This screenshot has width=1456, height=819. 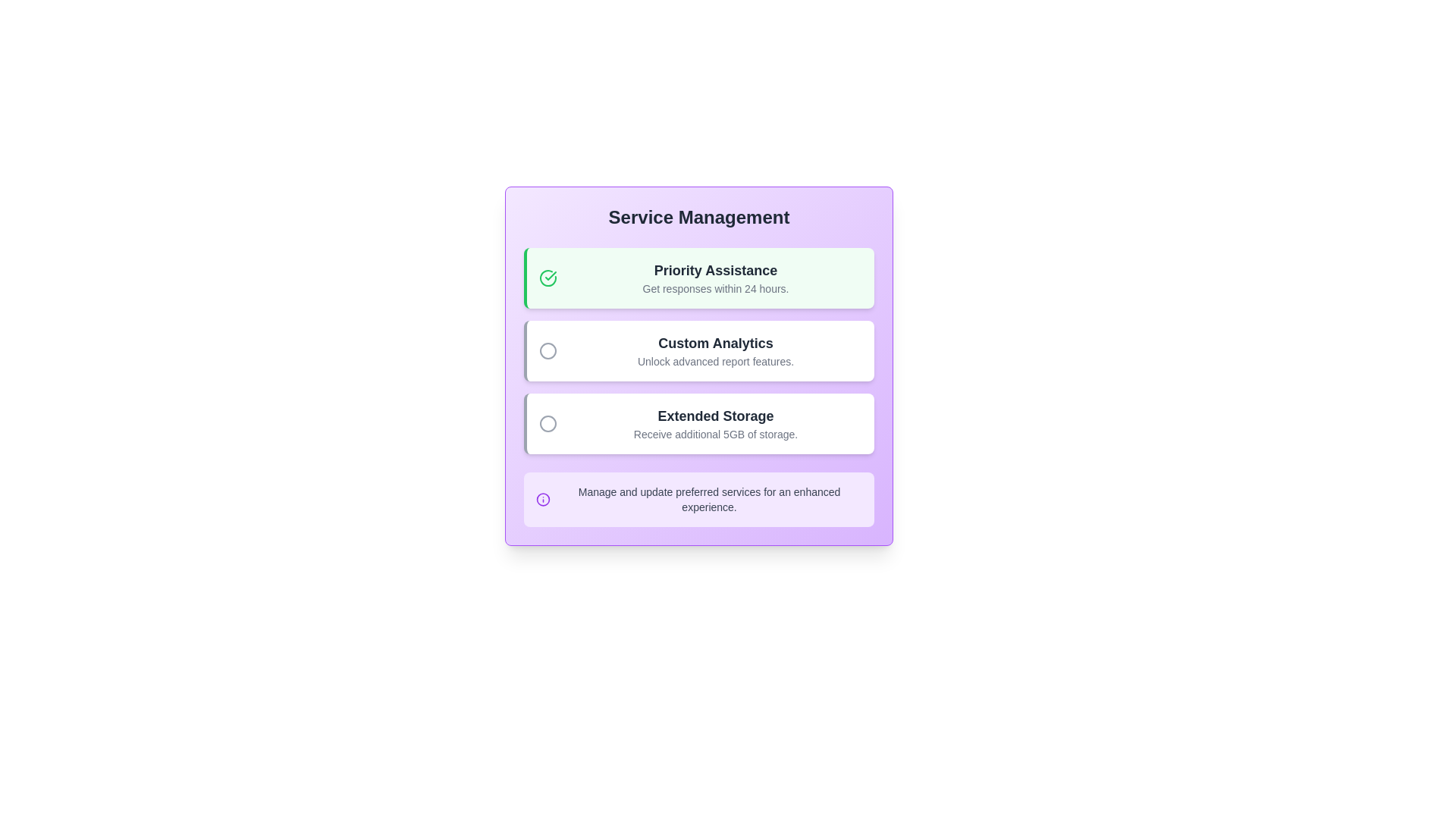 I want to click on the text block that displays 'Custom Analytics' and 'Unlock advanced report features.', so click(x=715, y=350).